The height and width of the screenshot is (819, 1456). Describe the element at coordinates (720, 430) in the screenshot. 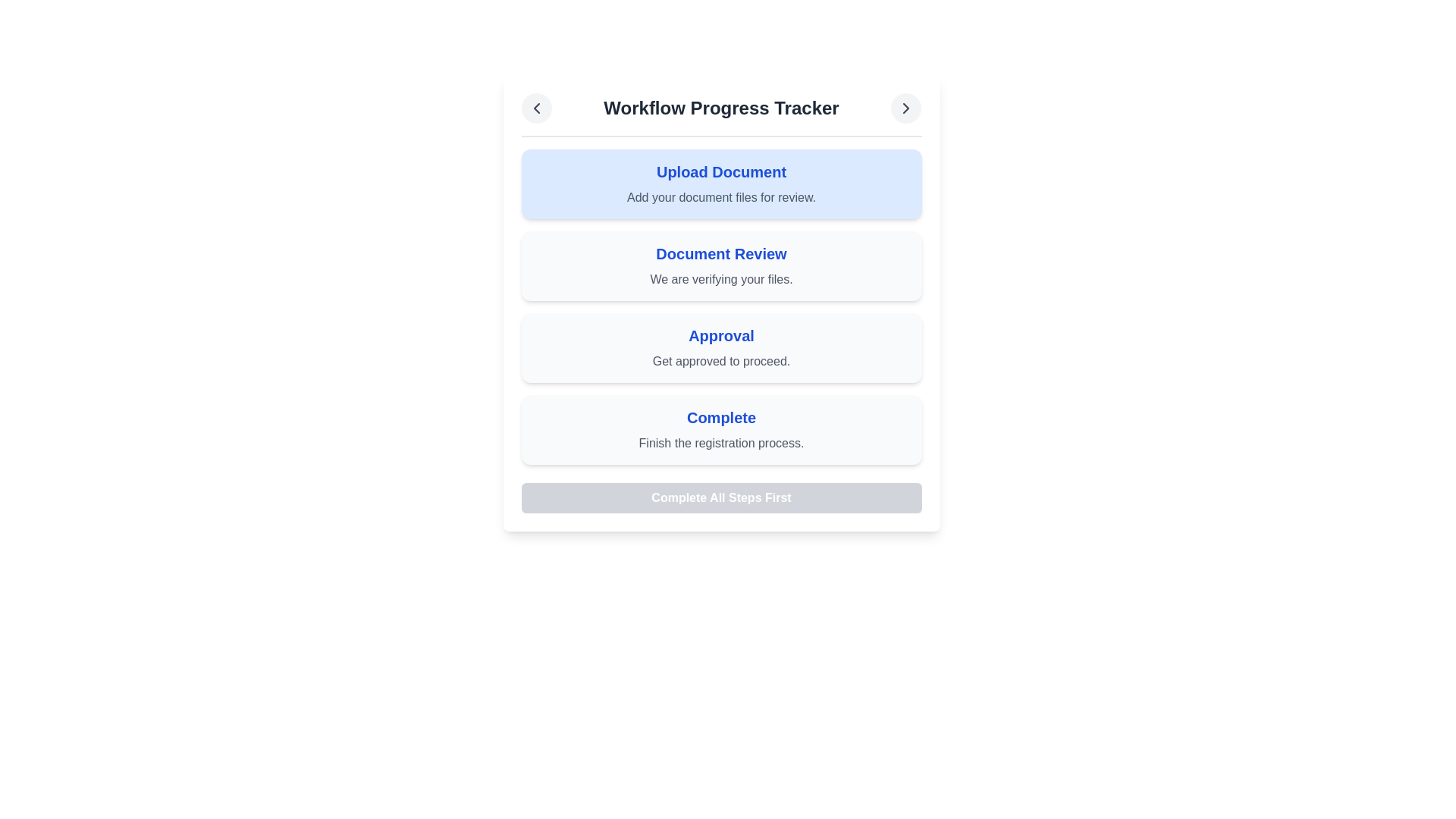

I see `the Informational card that contains the text 'Complete' in bold blue font and 'Finish the registration process' in regular gray font, which is positioned above the 'Complete All Steps First' button` at that location.